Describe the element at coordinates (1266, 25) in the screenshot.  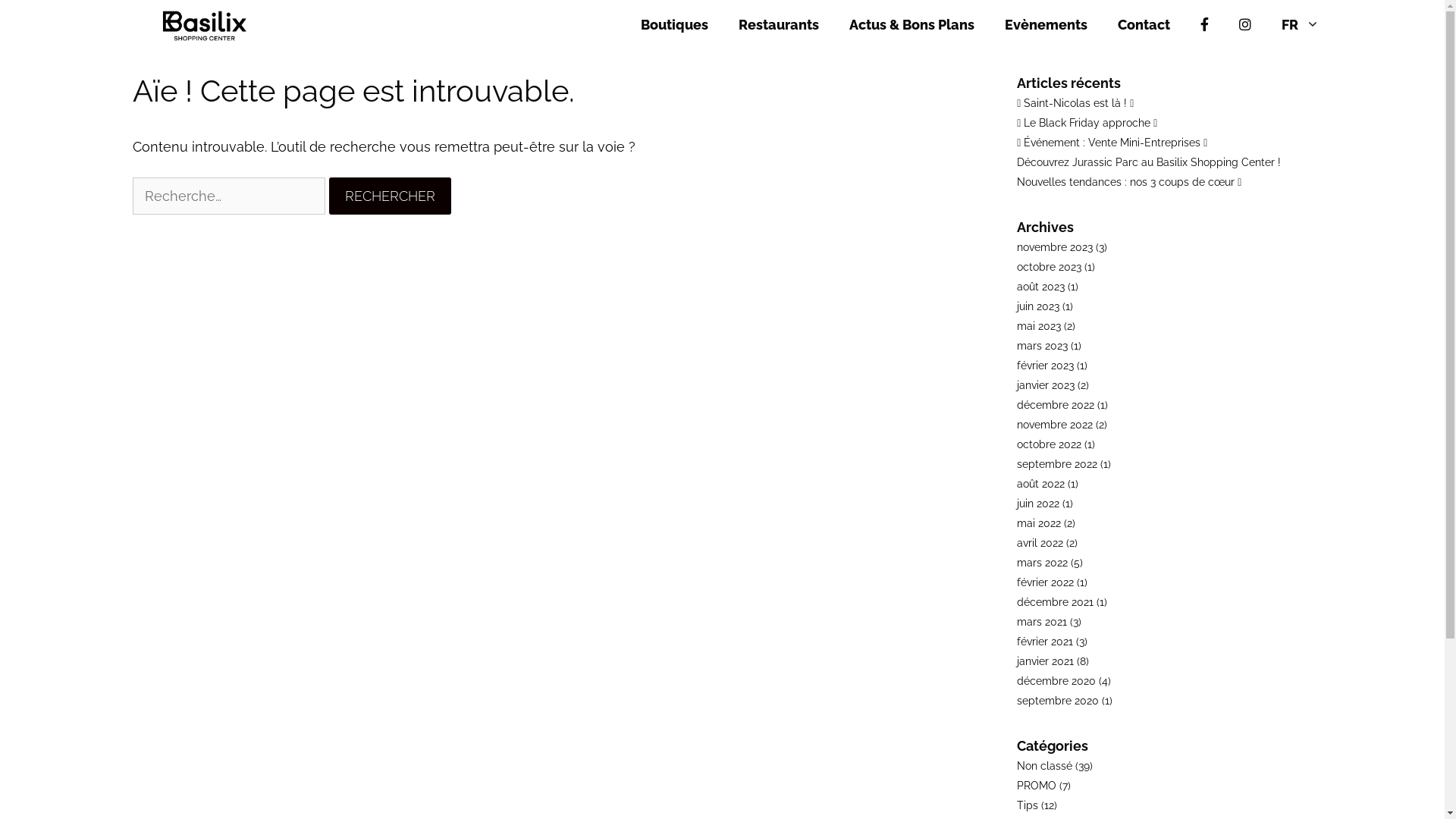
I see `'FR'` at that location.